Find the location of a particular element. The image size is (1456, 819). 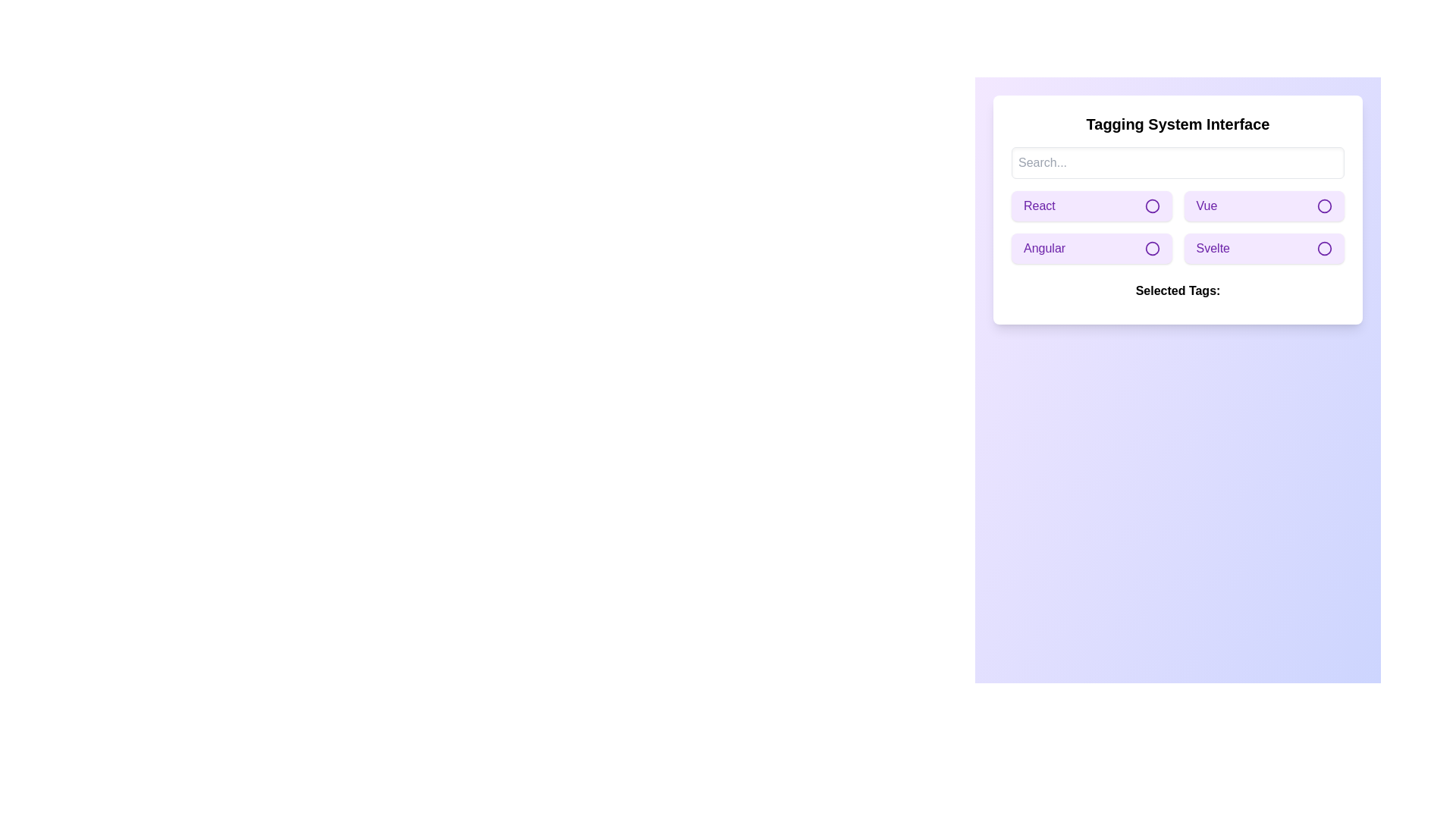

the circular icon with a 10-pixel radius, located in the bottom-right quadrant of the form, adjacent to the option labeled 'Svelte' is located at coordinates (1324, 247).